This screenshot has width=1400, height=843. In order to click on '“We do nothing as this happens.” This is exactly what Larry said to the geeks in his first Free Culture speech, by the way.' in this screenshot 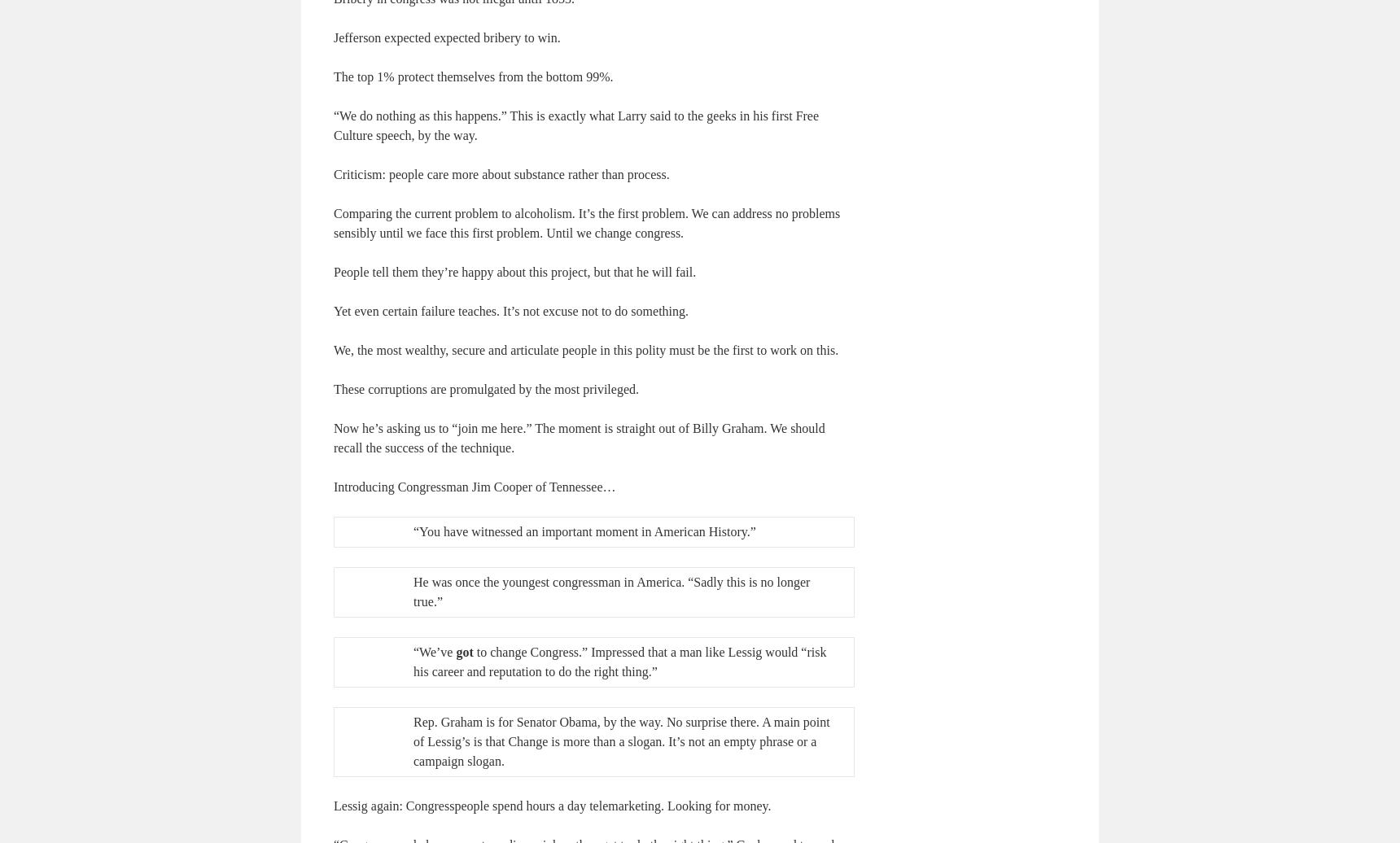, I will do `click(334, 124)`.